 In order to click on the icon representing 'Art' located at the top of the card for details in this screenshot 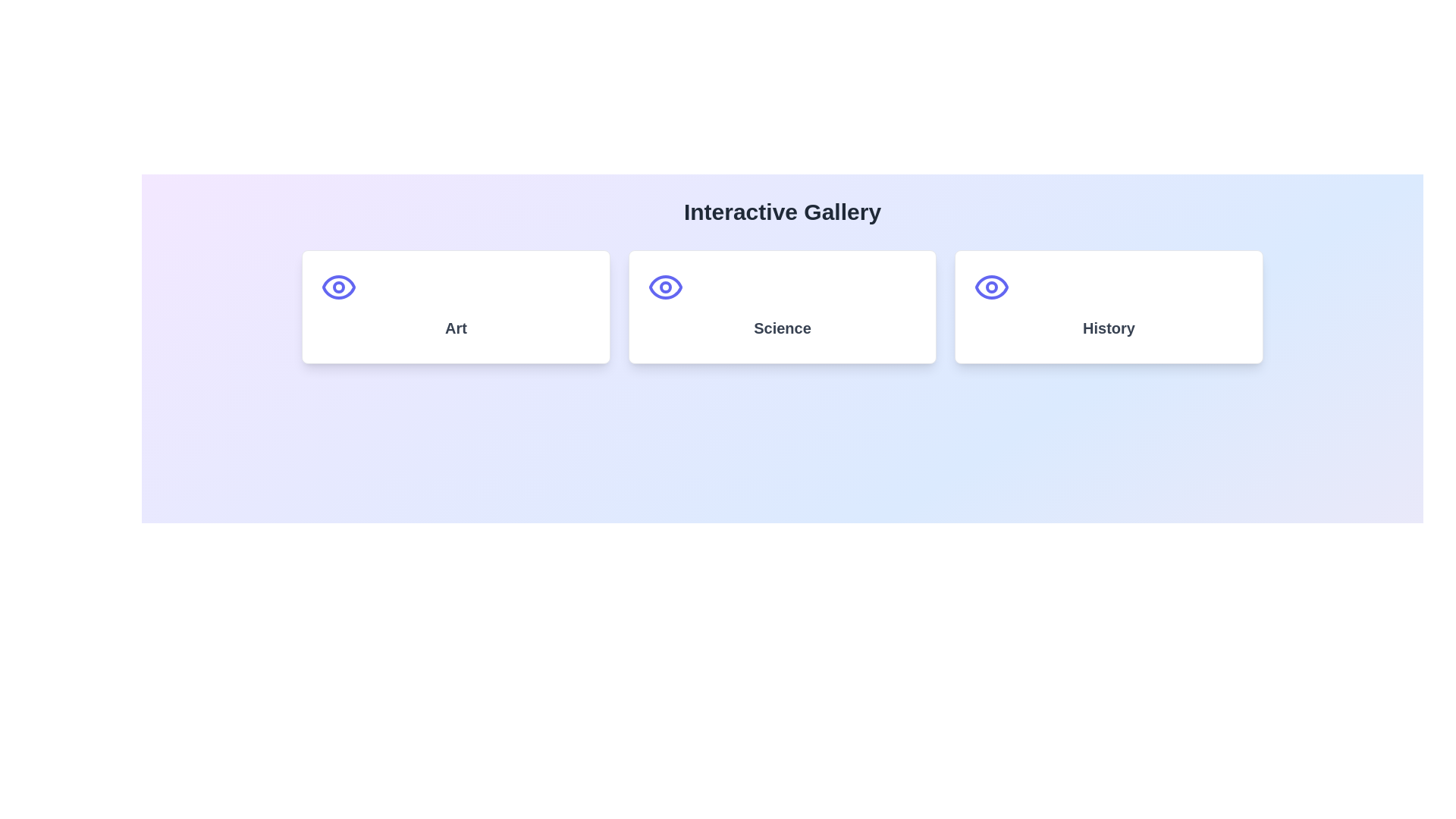, I will do `click(338, 287)`.